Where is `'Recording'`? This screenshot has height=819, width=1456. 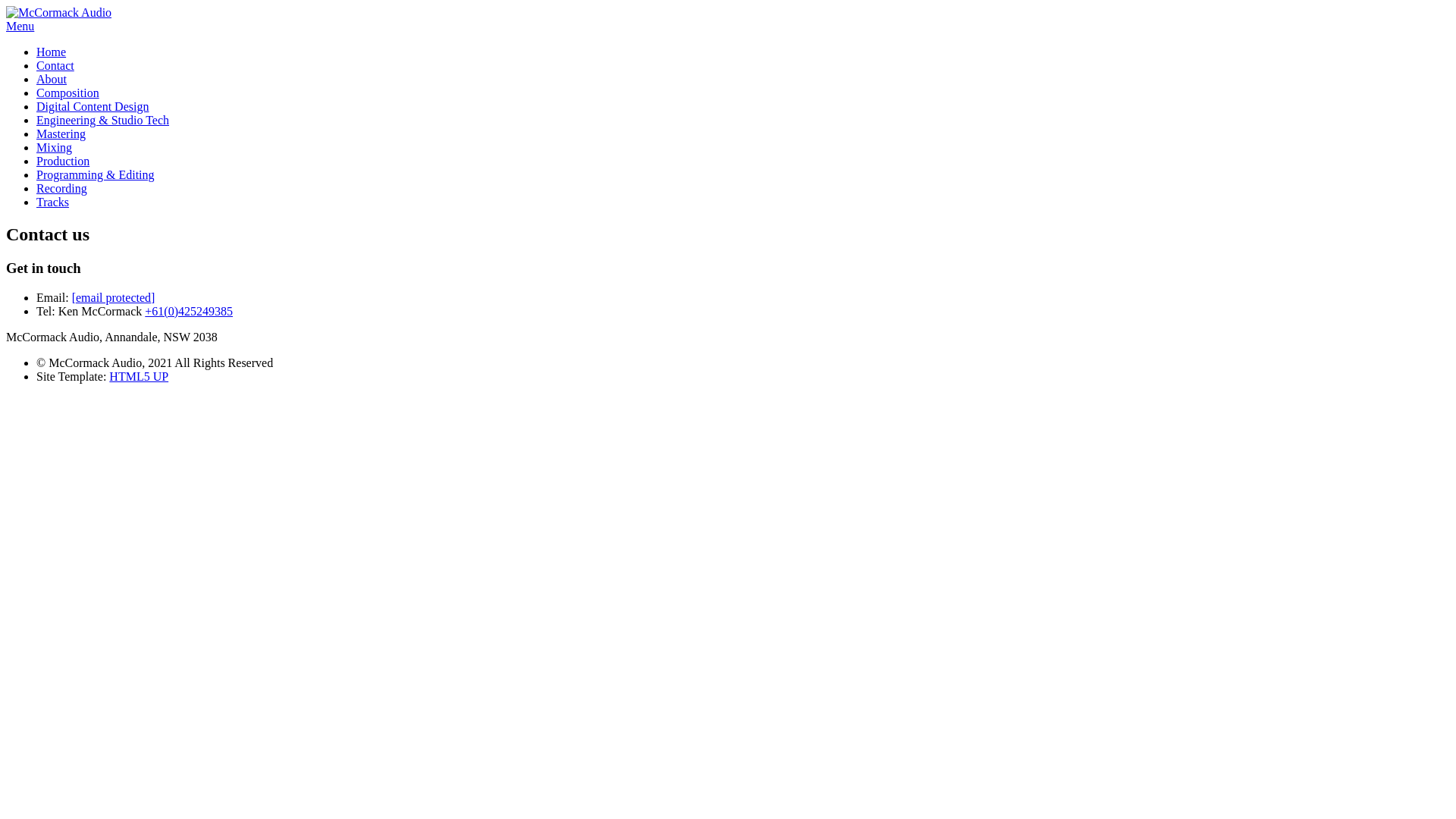
'Recording' is located at coordinates (61, 187).